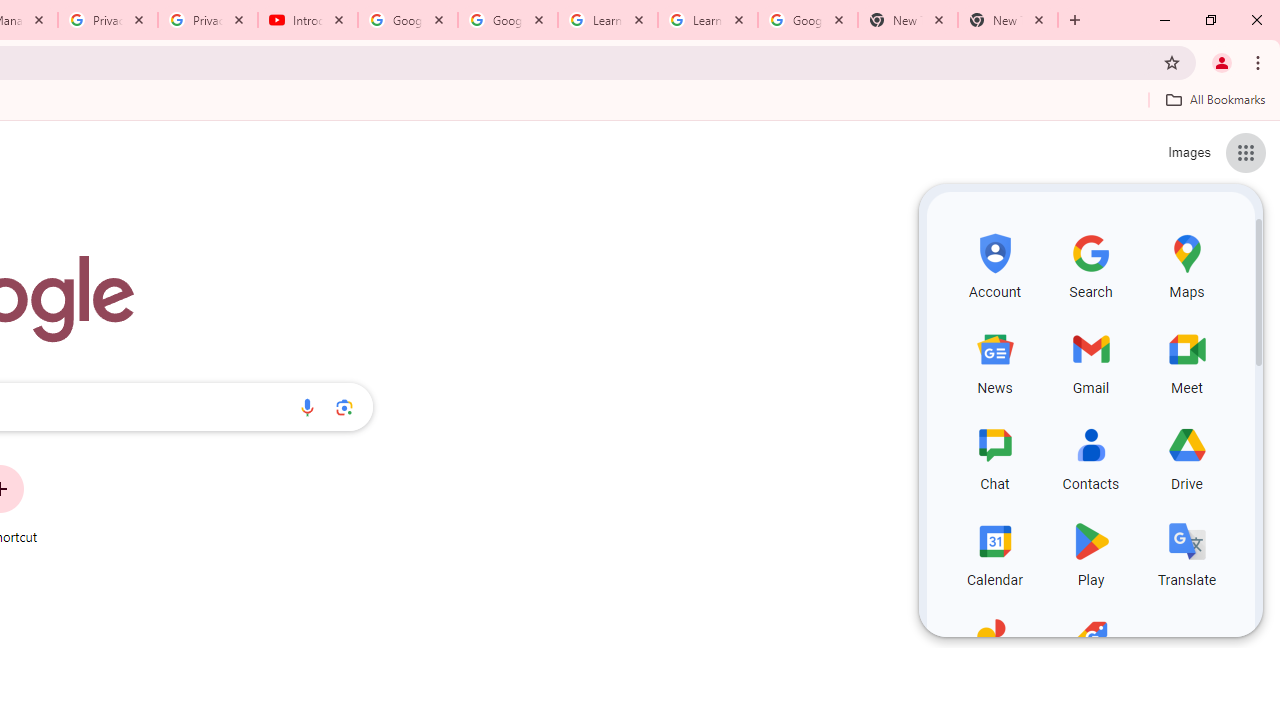  What do you see at coordinates (306, 406) in the screenshot?
I see `'Search by voice'` at bounding box center [306, 406].